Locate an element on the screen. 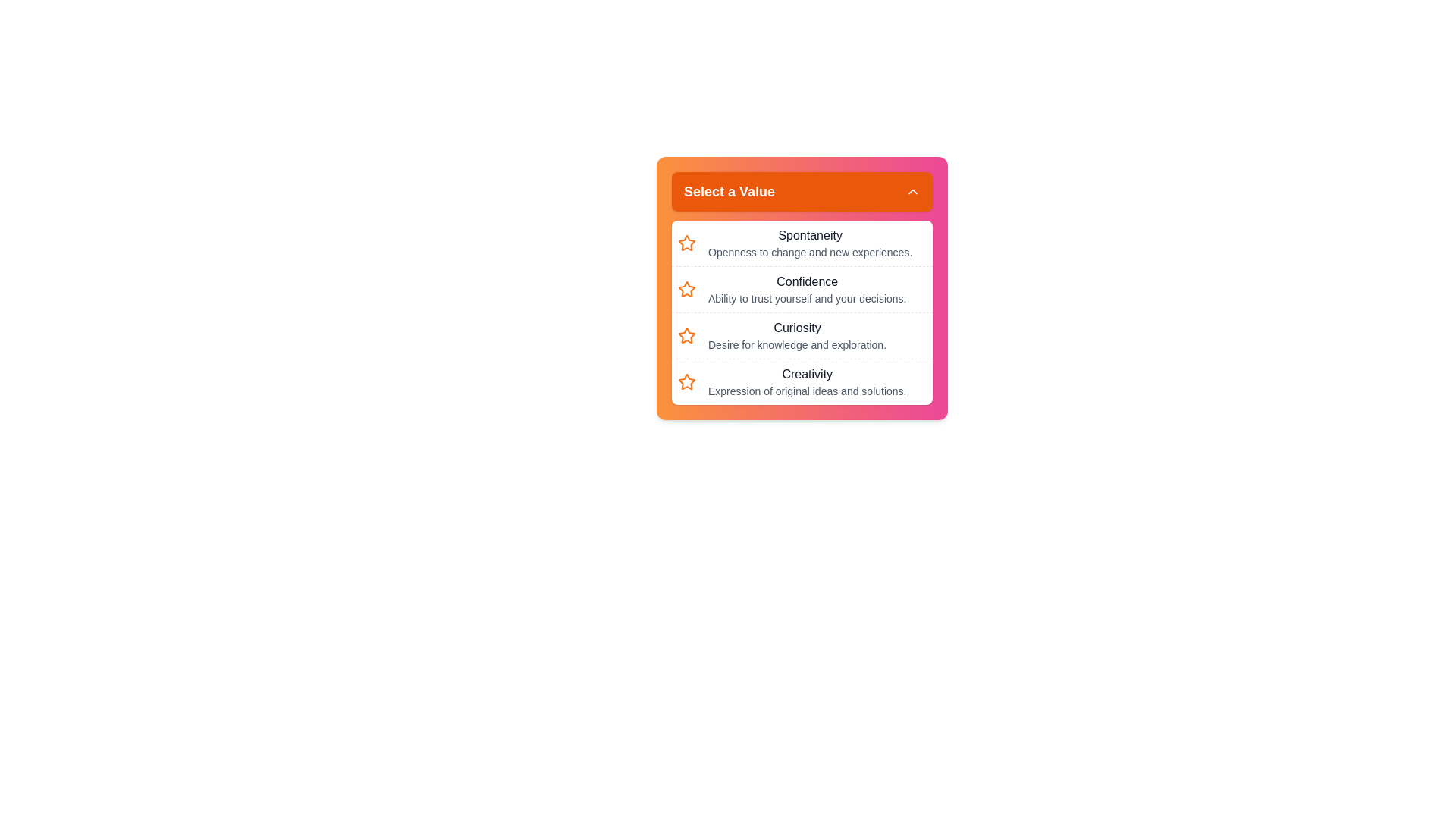 This screenshot has width=1456, height=819. the star-shaped icon with an orange outline and a white interior, which is the first icon in the dropdown list under the 'Select a Value' heading, aligned with the text labeled 'Spontaneity' is located at coordinates (686, 242).